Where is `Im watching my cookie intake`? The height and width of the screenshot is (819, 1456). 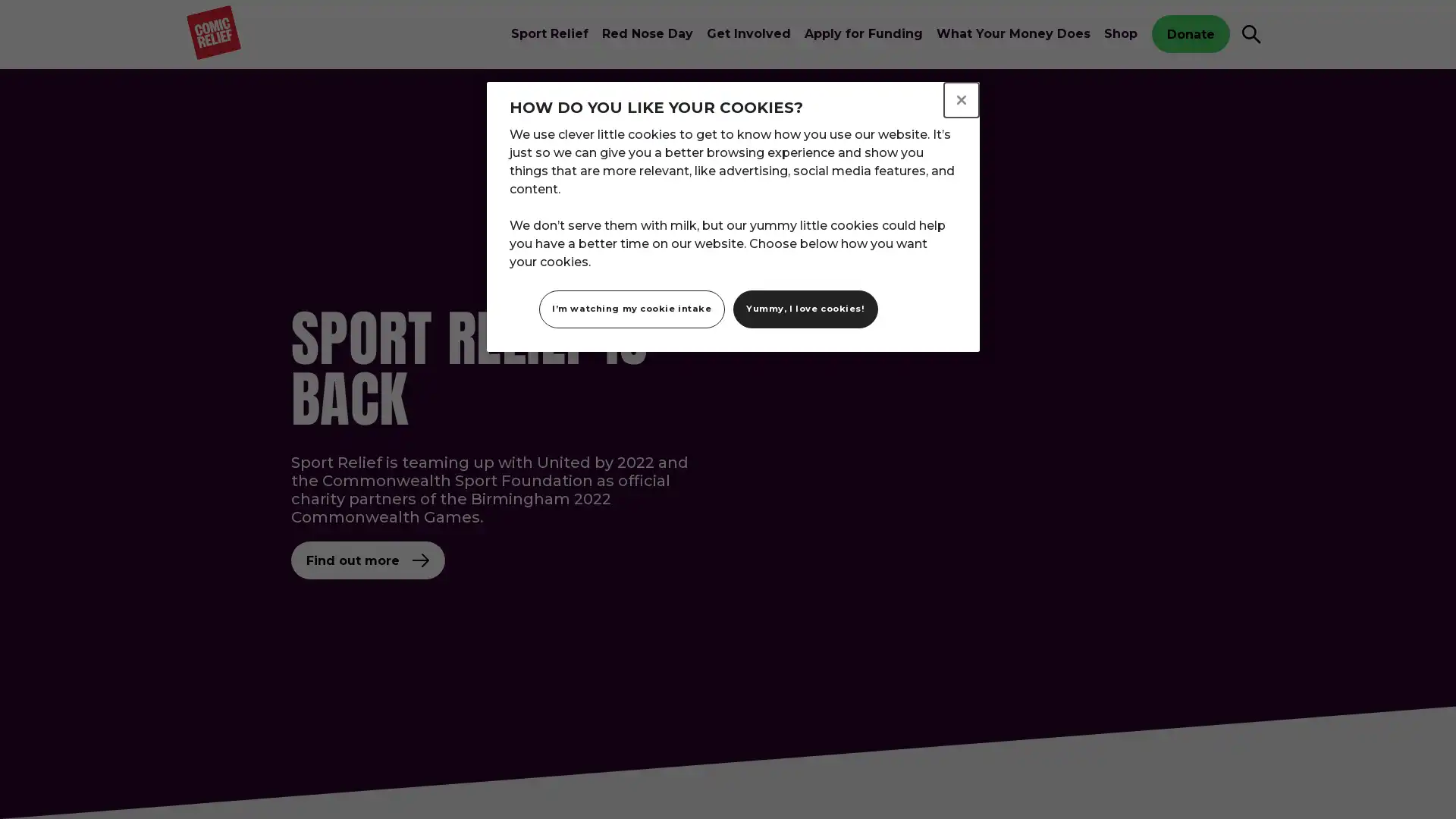
Im watching my cookie intake is located at coordinates (632, 308).